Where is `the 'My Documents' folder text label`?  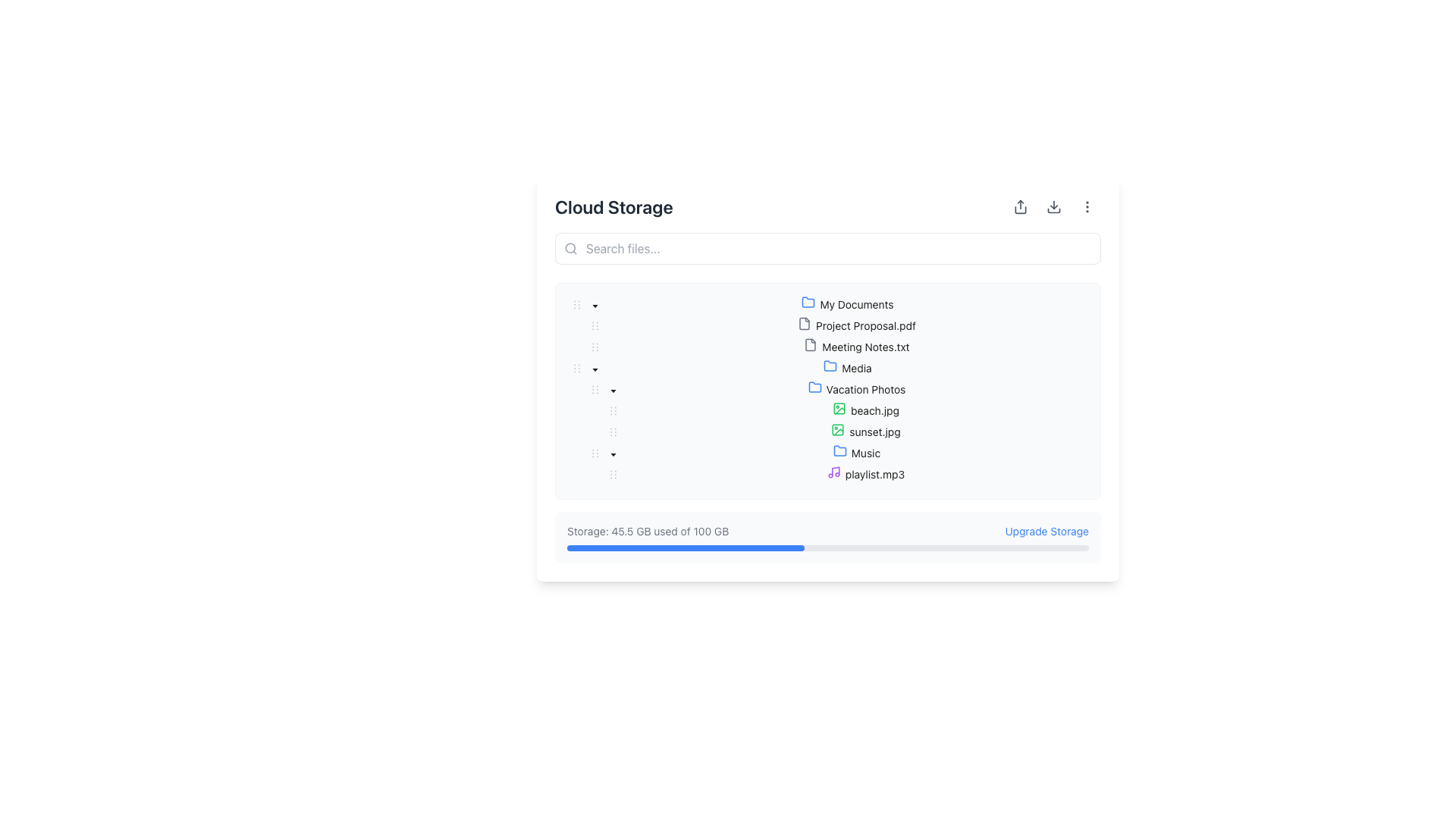 the 'My Documents' folder text label is located at coordinates (856, 304).